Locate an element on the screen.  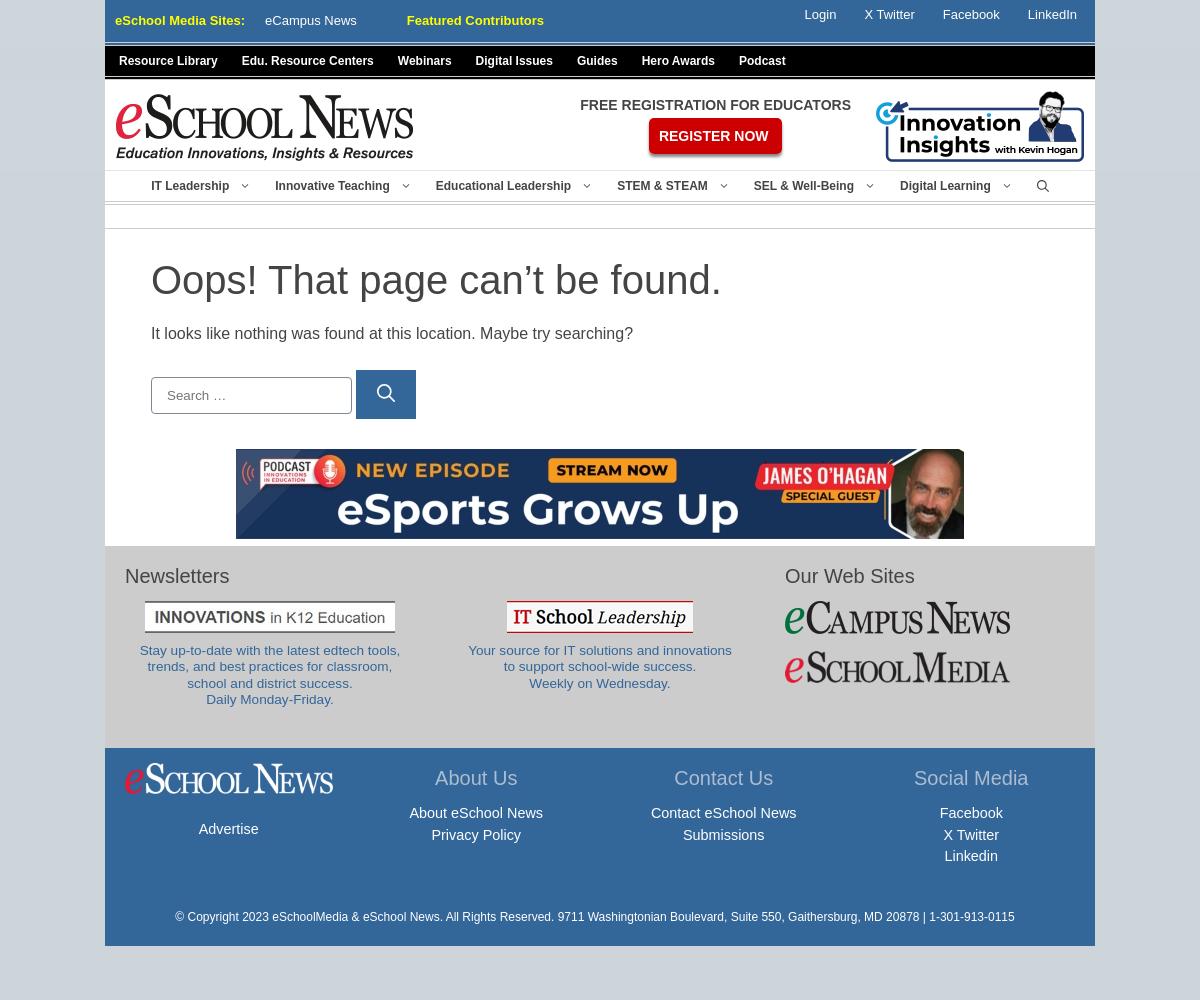
'STEM & STEAM' is located at coordinates (662, 186).